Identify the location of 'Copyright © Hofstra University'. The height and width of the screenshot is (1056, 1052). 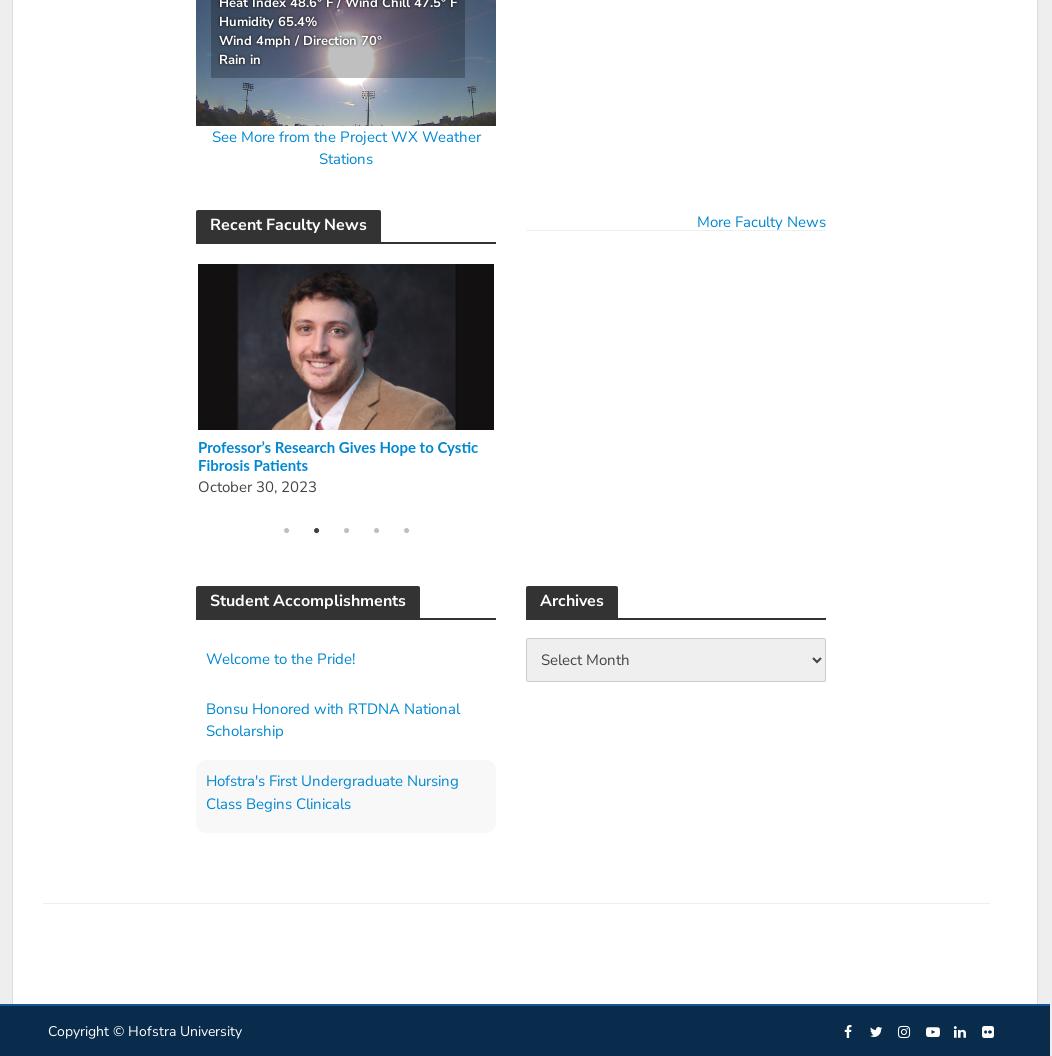
(143, 1029).